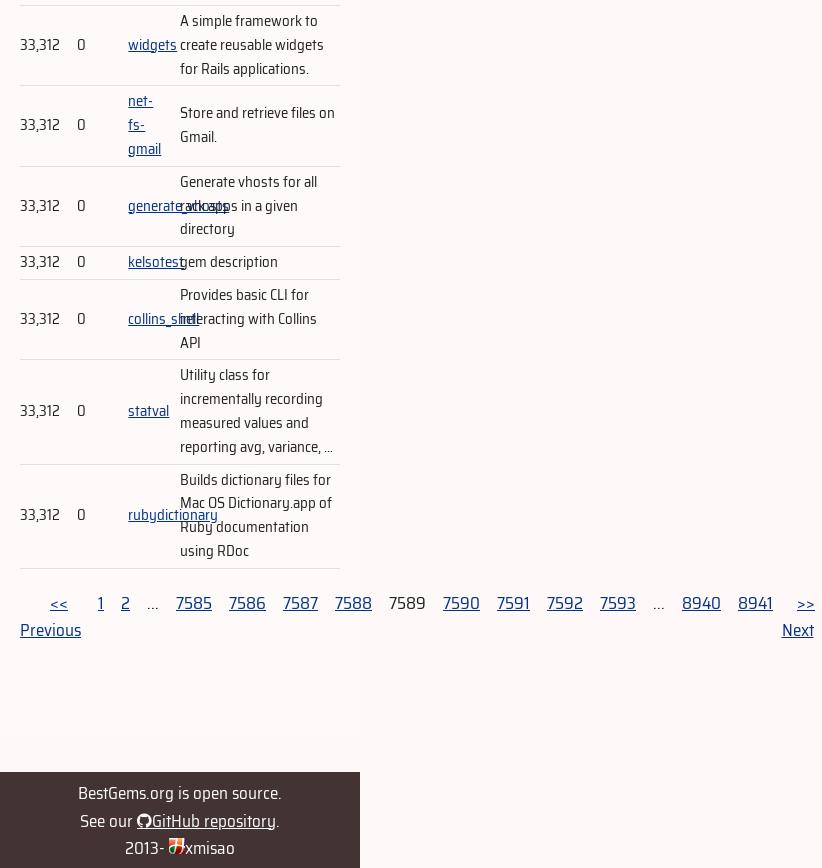 This screenshot has width=822, height=868. What do you see at coordinates (352, 601) in the screenshot?
I see `'7588'` at bounding box center [352, 601].